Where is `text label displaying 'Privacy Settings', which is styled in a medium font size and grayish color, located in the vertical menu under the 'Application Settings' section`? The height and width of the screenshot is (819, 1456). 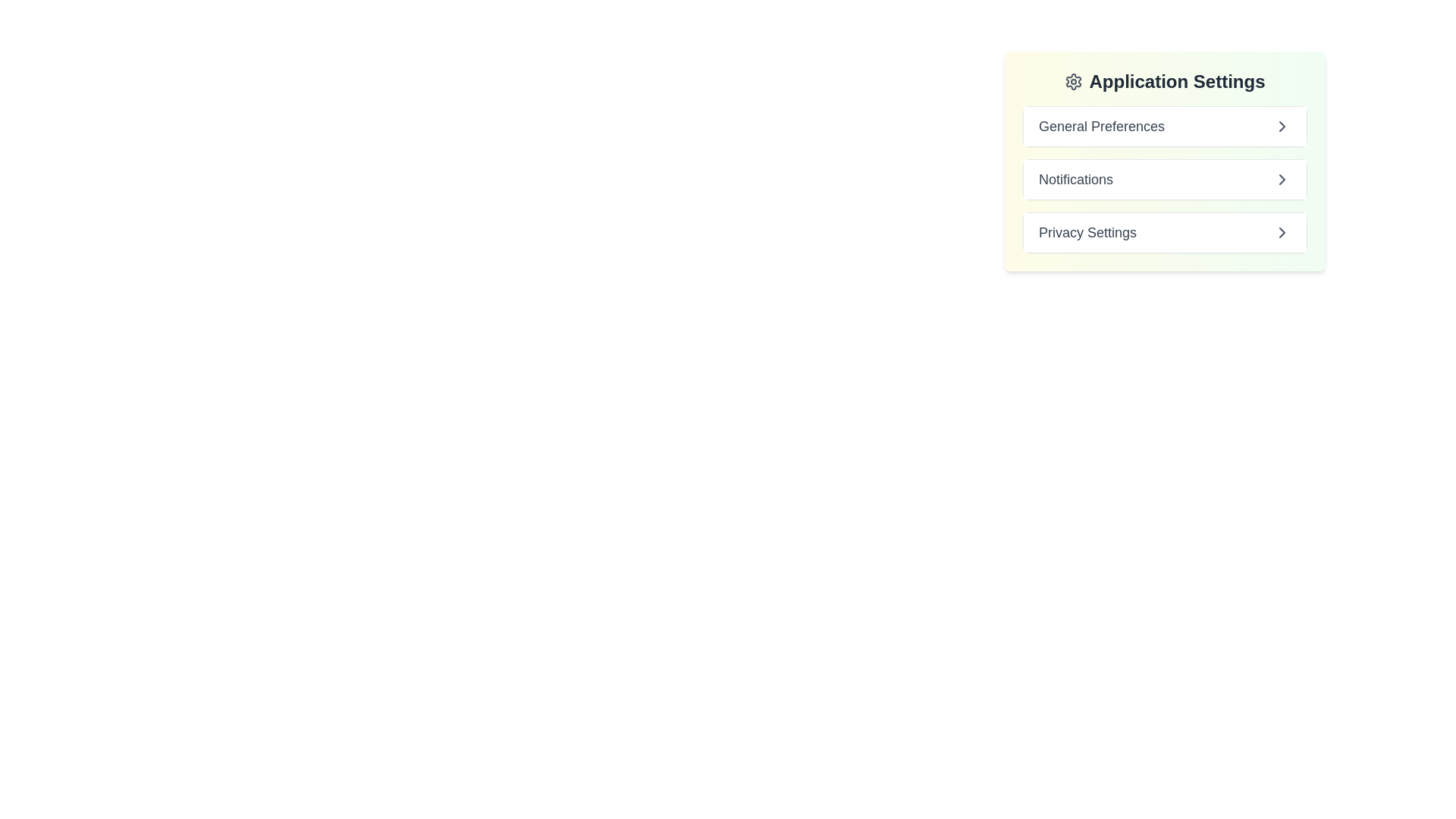
text label displaying 'Privacy Settings', which is styled in a medium font size and grayish color, located in the vertical menu under the 'Application Settings' section is located at coordinates (1087, 233).